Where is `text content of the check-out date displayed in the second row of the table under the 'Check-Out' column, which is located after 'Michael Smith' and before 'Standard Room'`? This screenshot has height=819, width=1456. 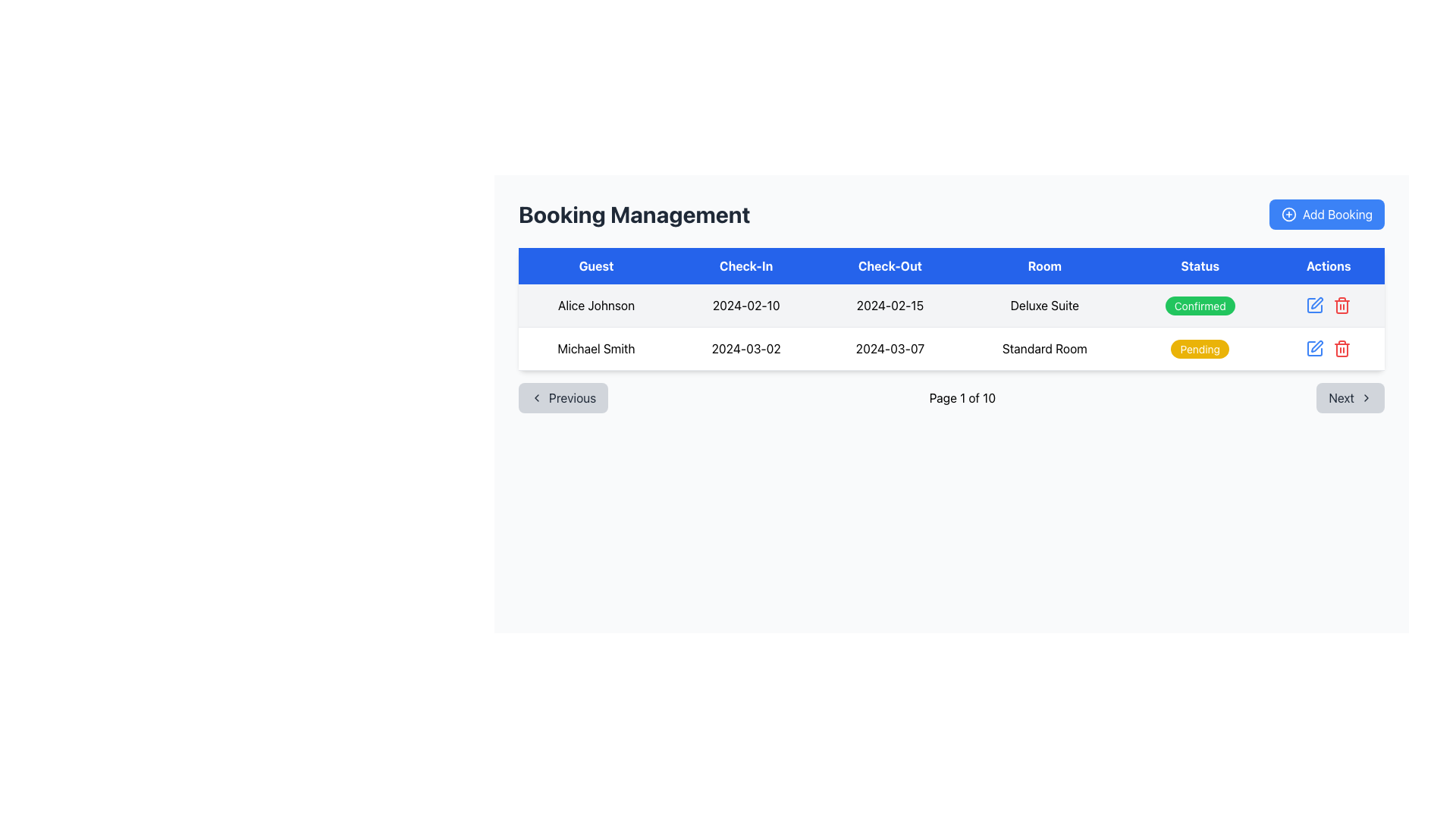 text content of the check-out date displayed in the second row of the table under the 'Check-Out' column, which is located after 'Michael Smith' and before 'Standard Room' is located at coordinates (890, 348).